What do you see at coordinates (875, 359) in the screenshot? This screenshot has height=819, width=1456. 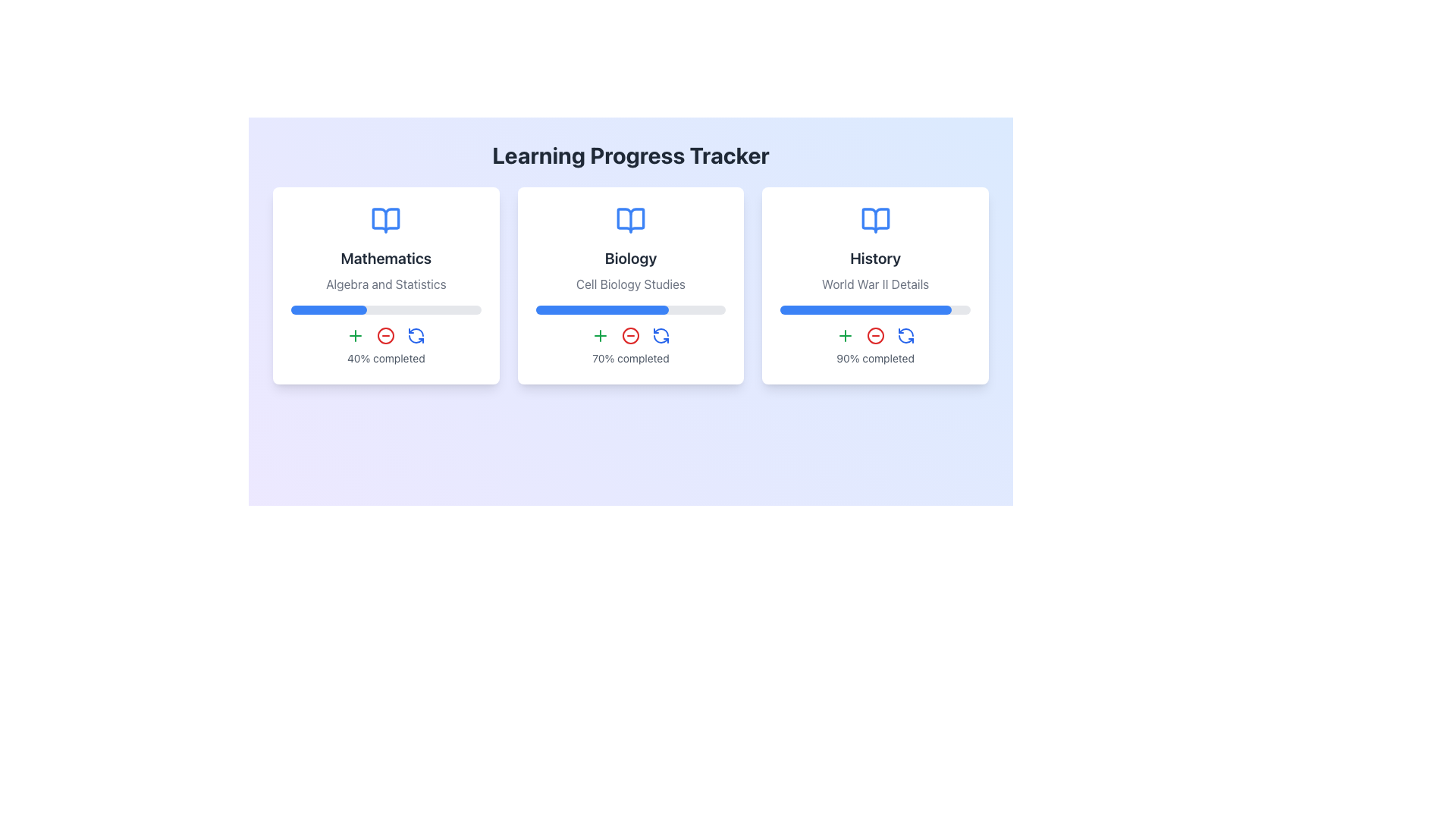 I see `the text label displaying '90% completed' that is located below the progress bar in the 'History - World War II Details' card` at bounding box center [875, 359].